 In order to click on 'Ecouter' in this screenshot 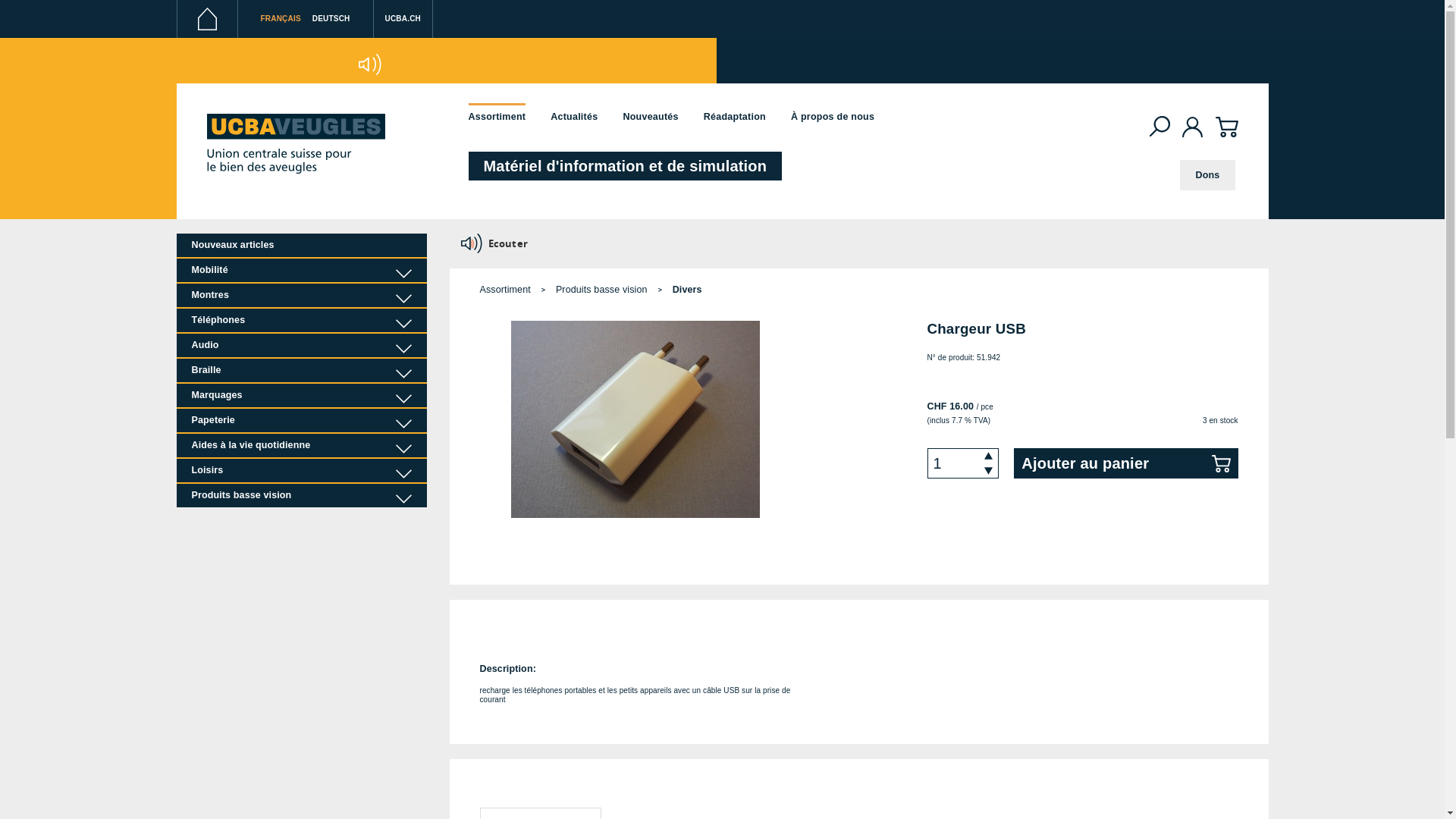, I will do `click(495, 242)`.